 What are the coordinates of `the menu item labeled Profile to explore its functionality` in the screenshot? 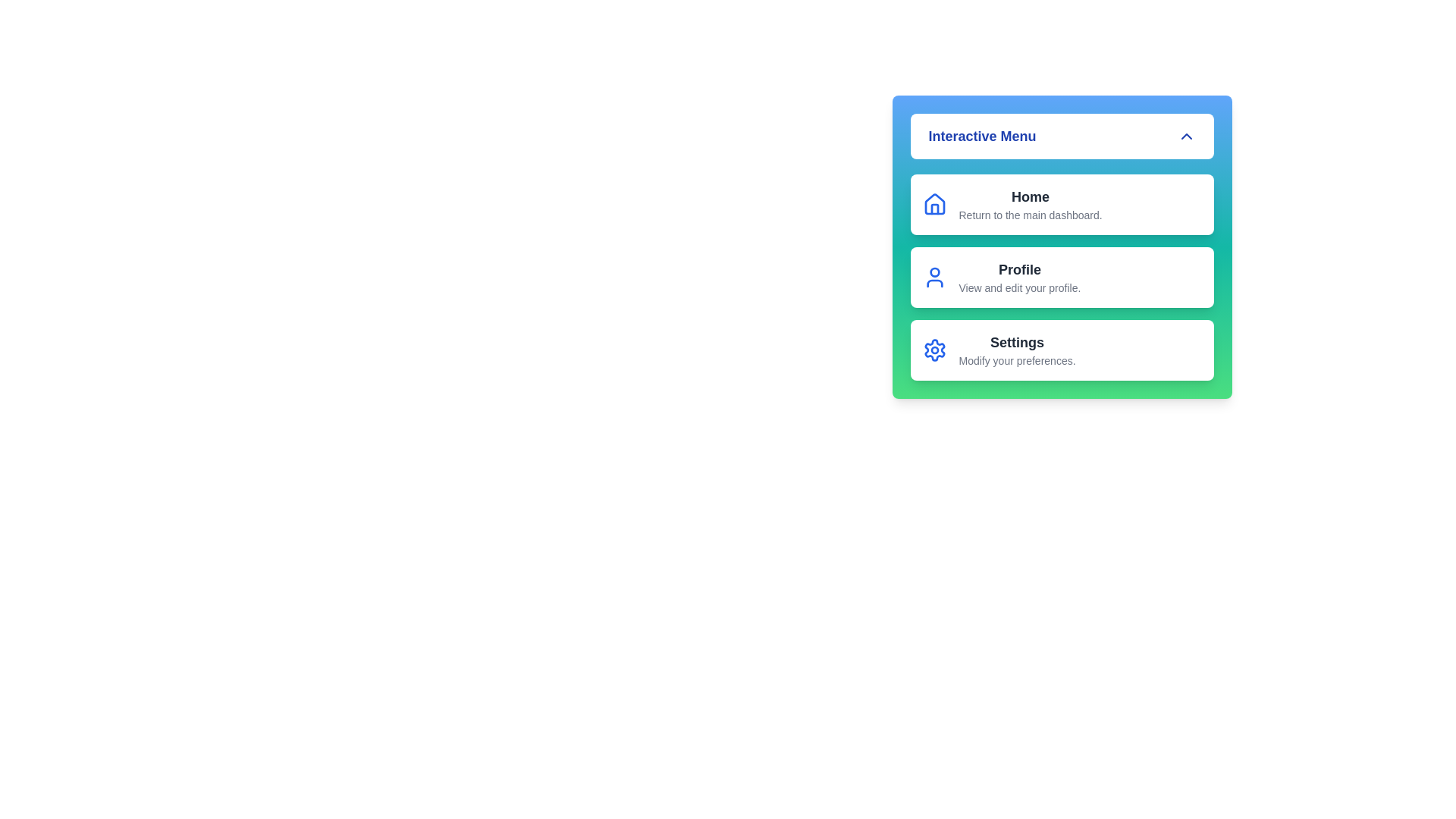 It's located at (1061, 278).